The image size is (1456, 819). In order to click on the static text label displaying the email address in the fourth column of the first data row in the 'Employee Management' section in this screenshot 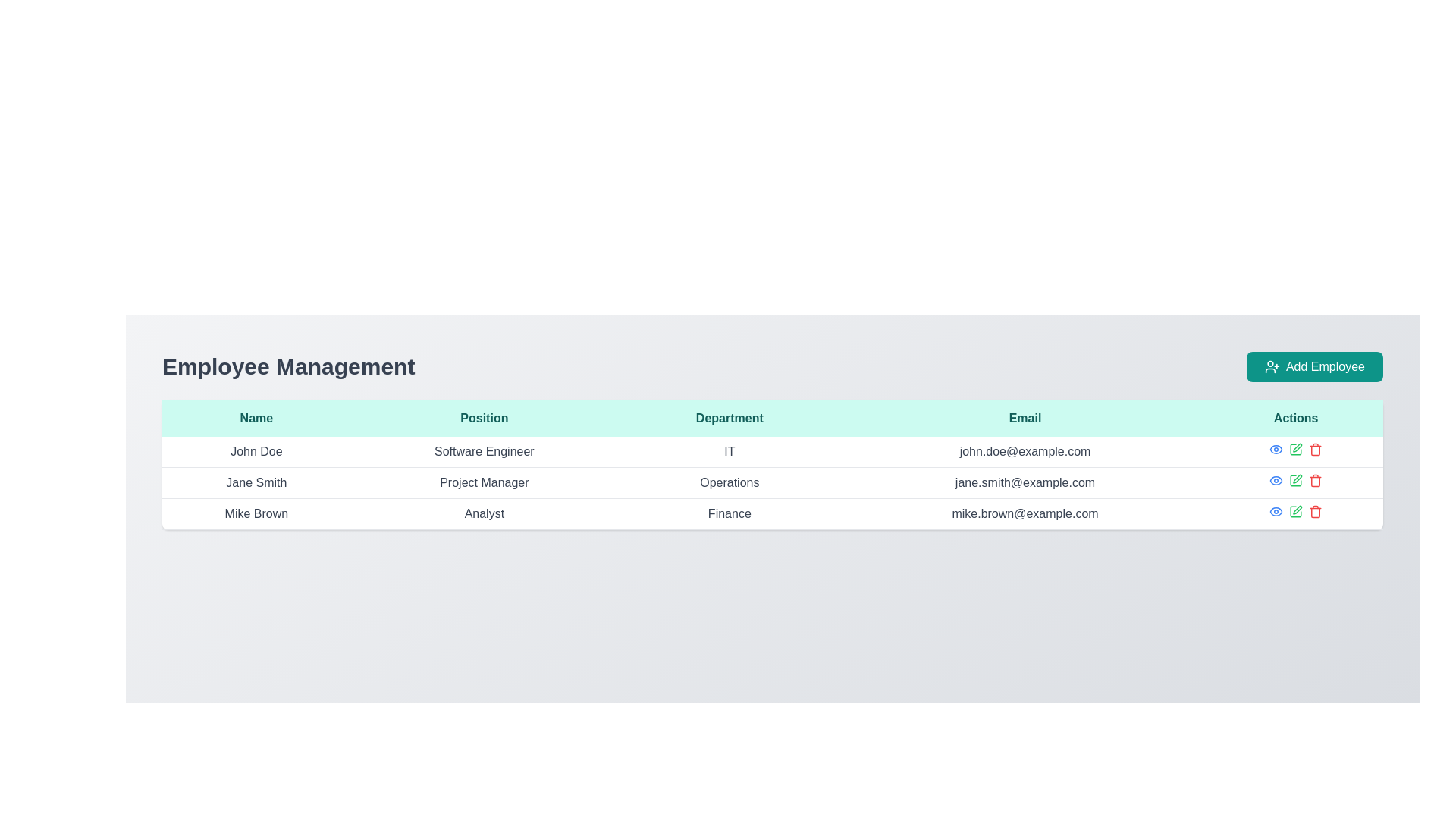, I will do `click(1025, 451)`.